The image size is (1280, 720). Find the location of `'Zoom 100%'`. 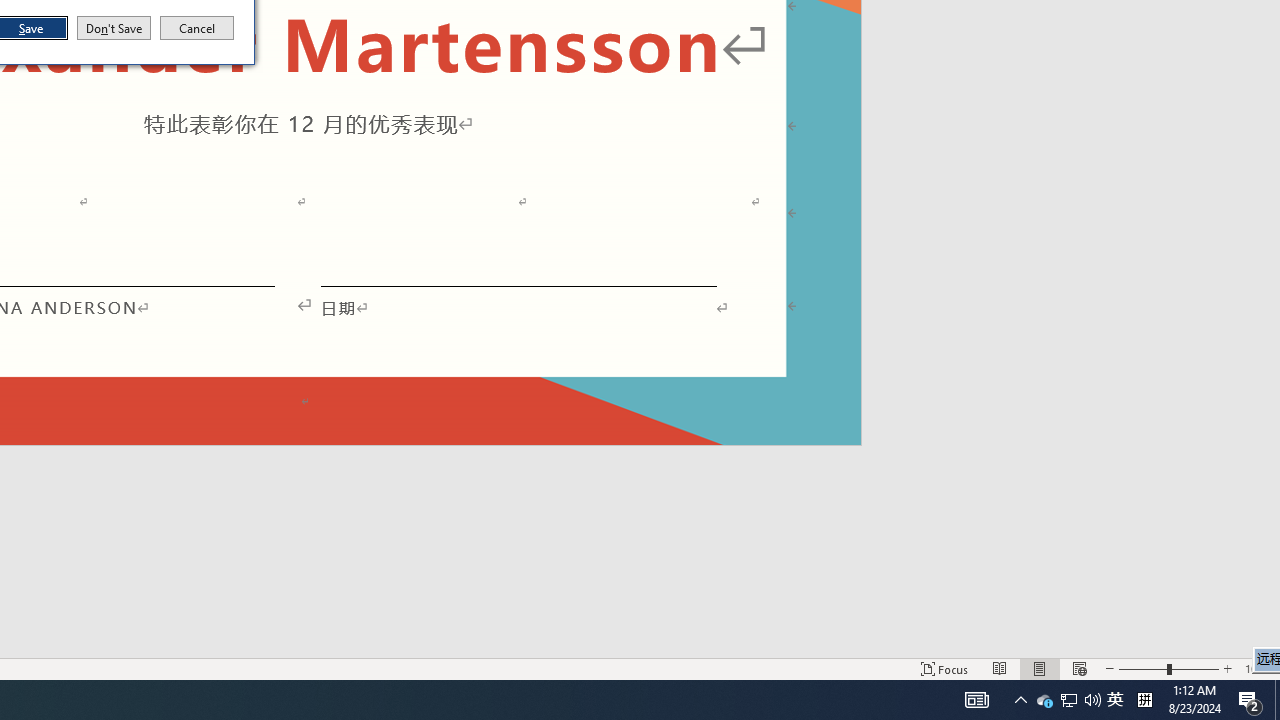

'Zoom 100%' is located at coordinates (1257, 669).